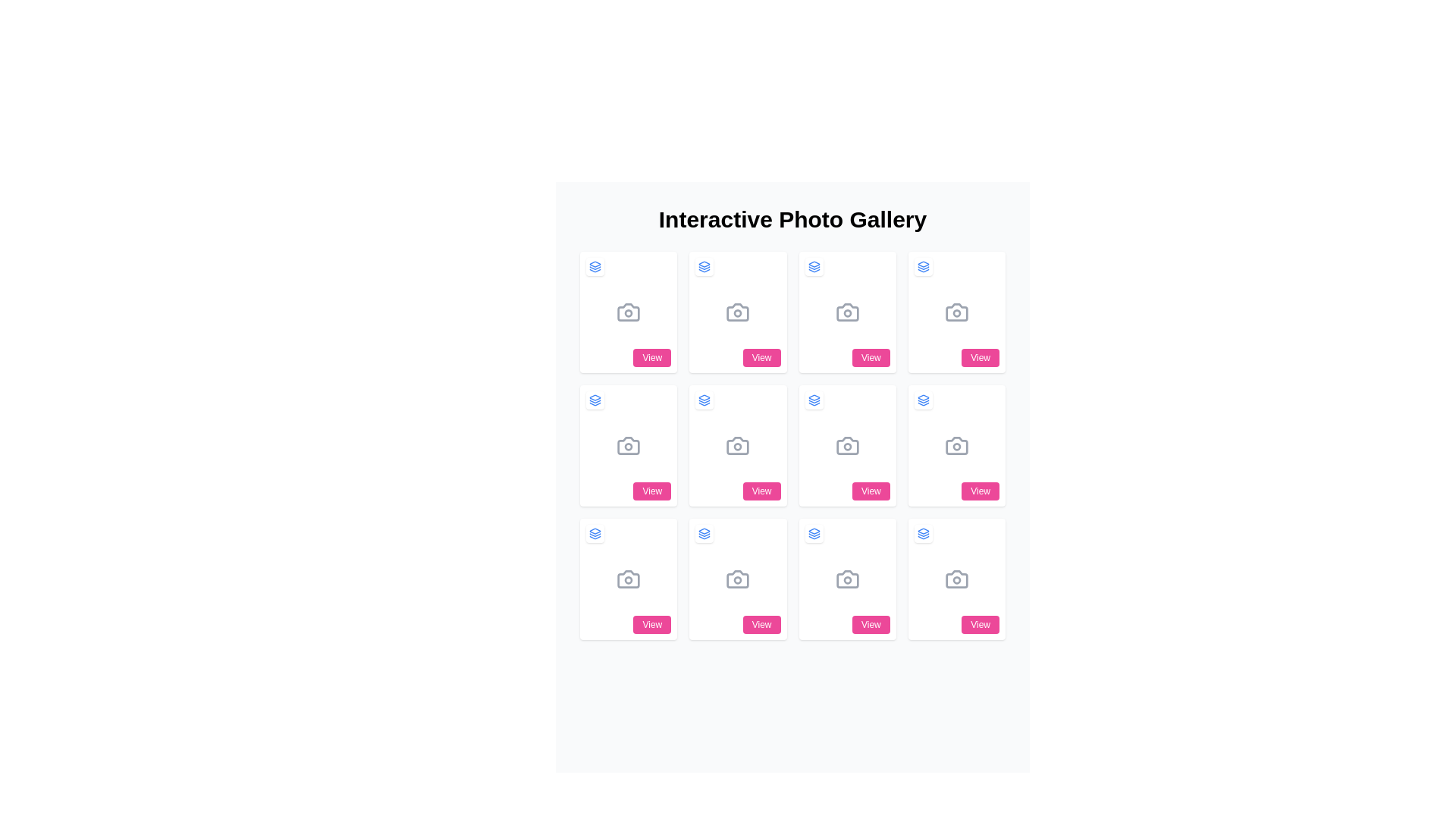 The image size is (1456, 819). I want to click on the camera icon located in the last card of the fourth row in the photo gallery interface, so click(955, 579).